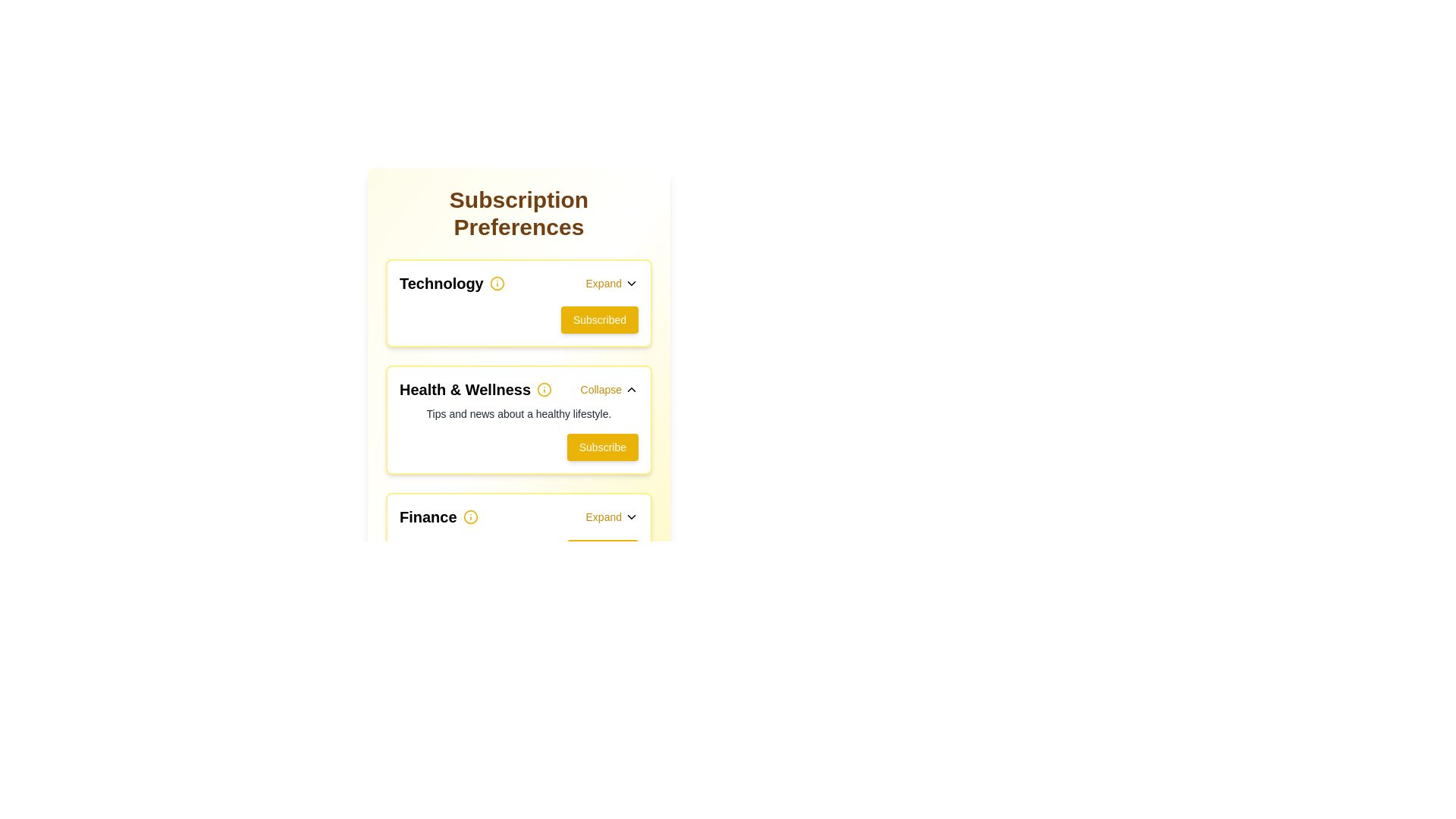 This screenshot has width=1456, height=819. I want to click on the interactive icon located to the right of the 'Expand' text in the 'Finance' section, so click(632, 516).